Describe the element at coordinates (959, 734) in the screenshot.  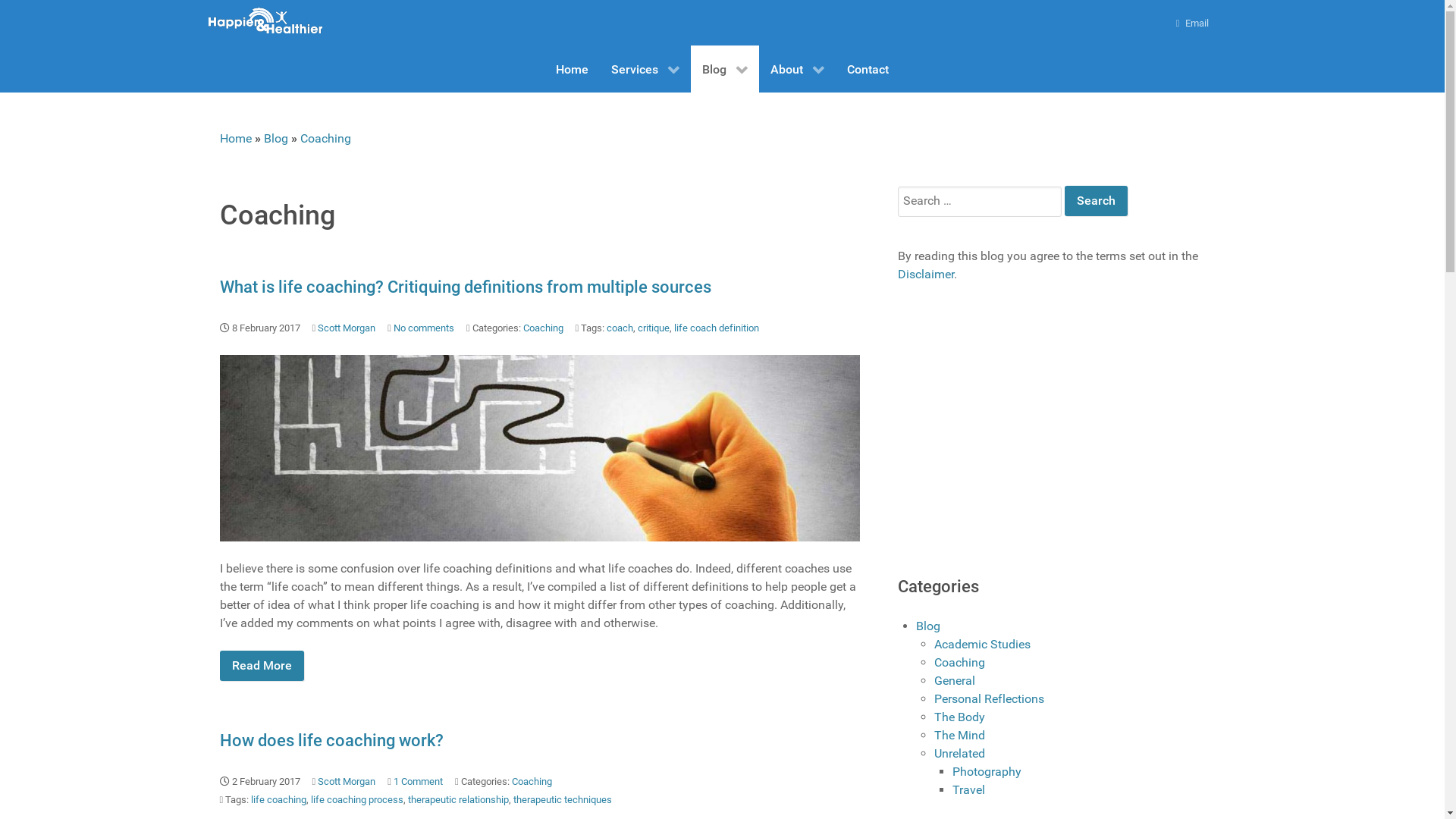
I see `'The Mind'` at that location.